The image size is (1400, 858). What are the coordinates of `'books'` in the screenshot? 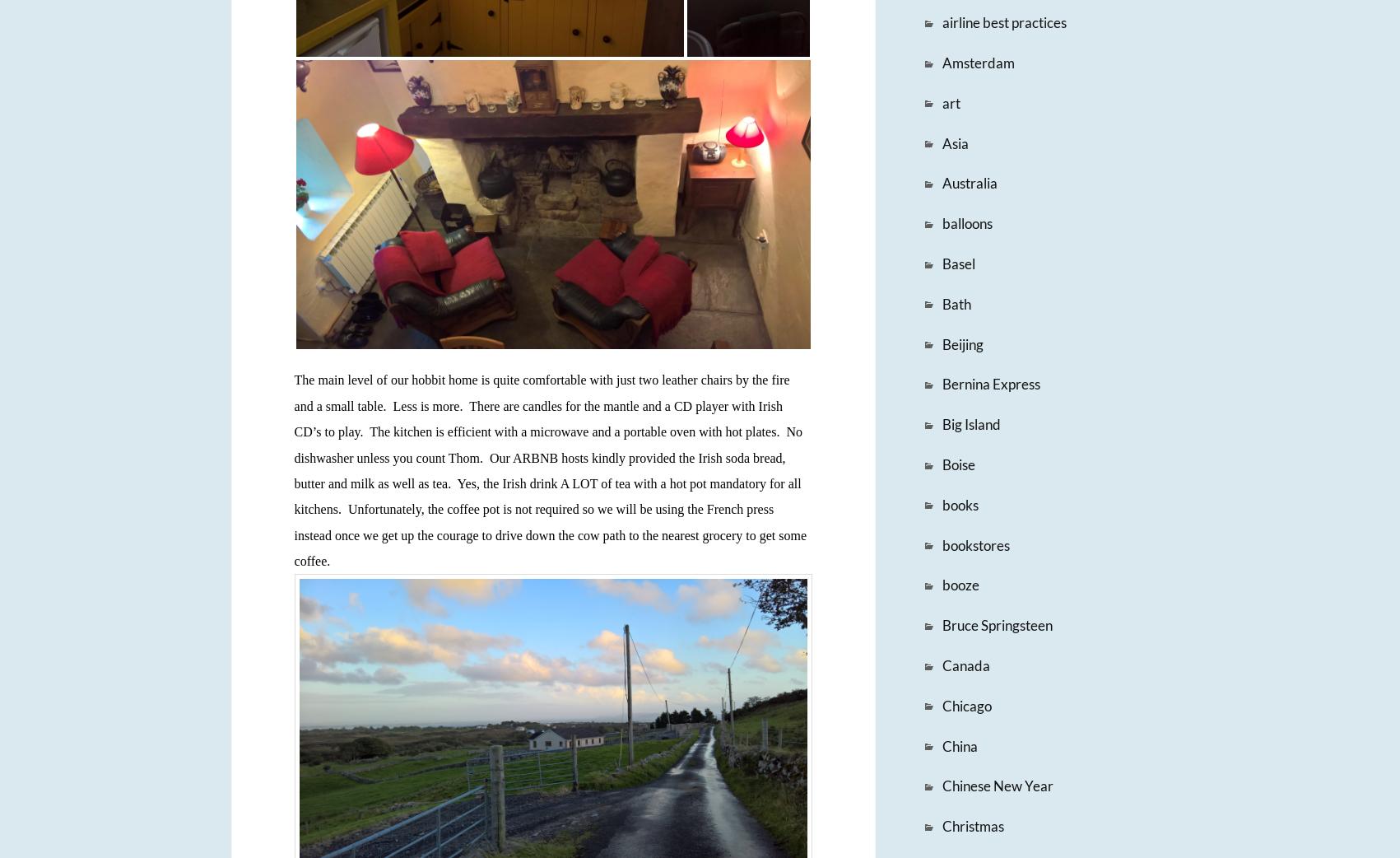 It's located at (959, 504).